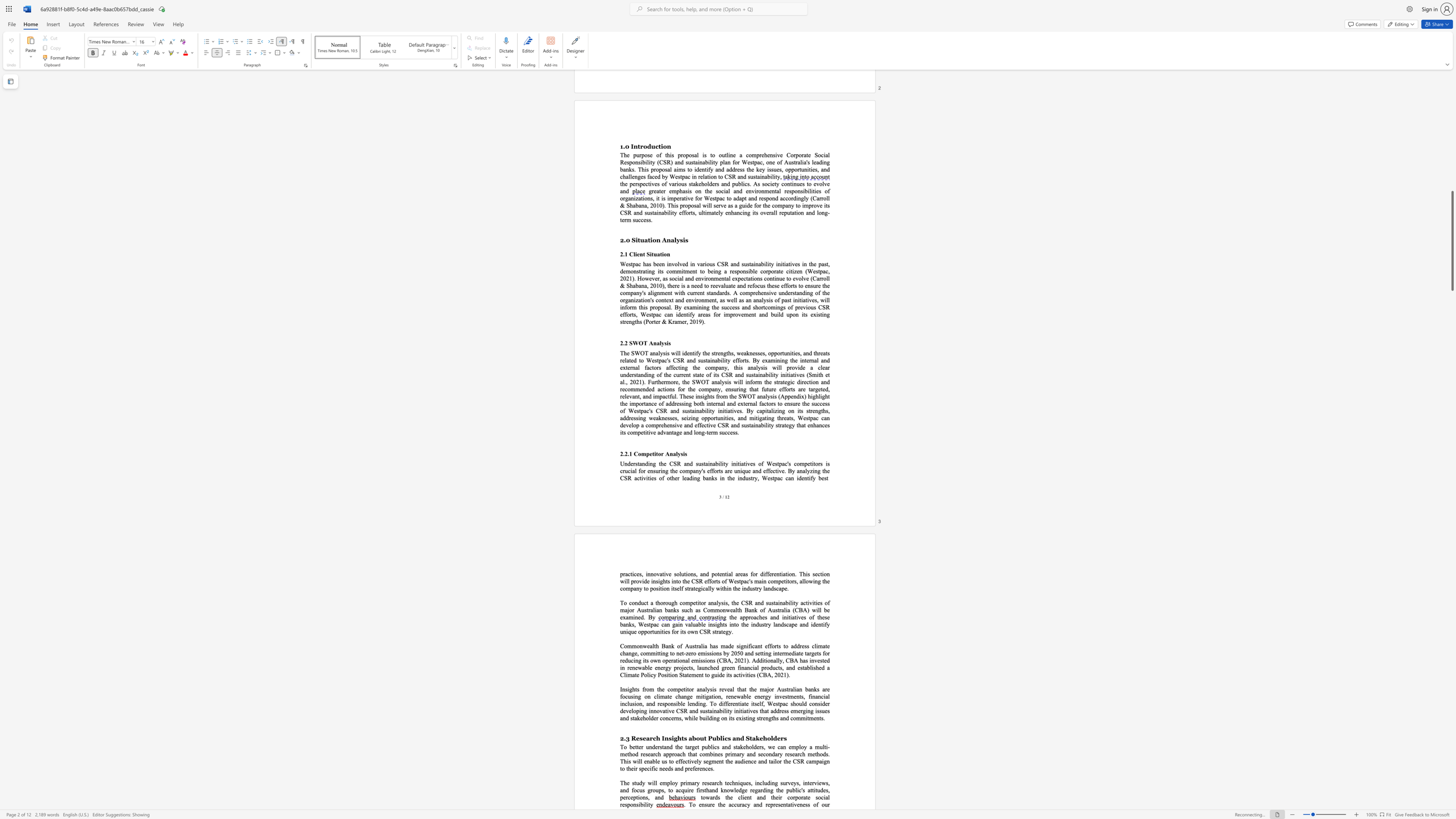 The height and width of the screenshot is (819, 1456). I want to click on the 1th character "1" in the text, so click(785, 674).